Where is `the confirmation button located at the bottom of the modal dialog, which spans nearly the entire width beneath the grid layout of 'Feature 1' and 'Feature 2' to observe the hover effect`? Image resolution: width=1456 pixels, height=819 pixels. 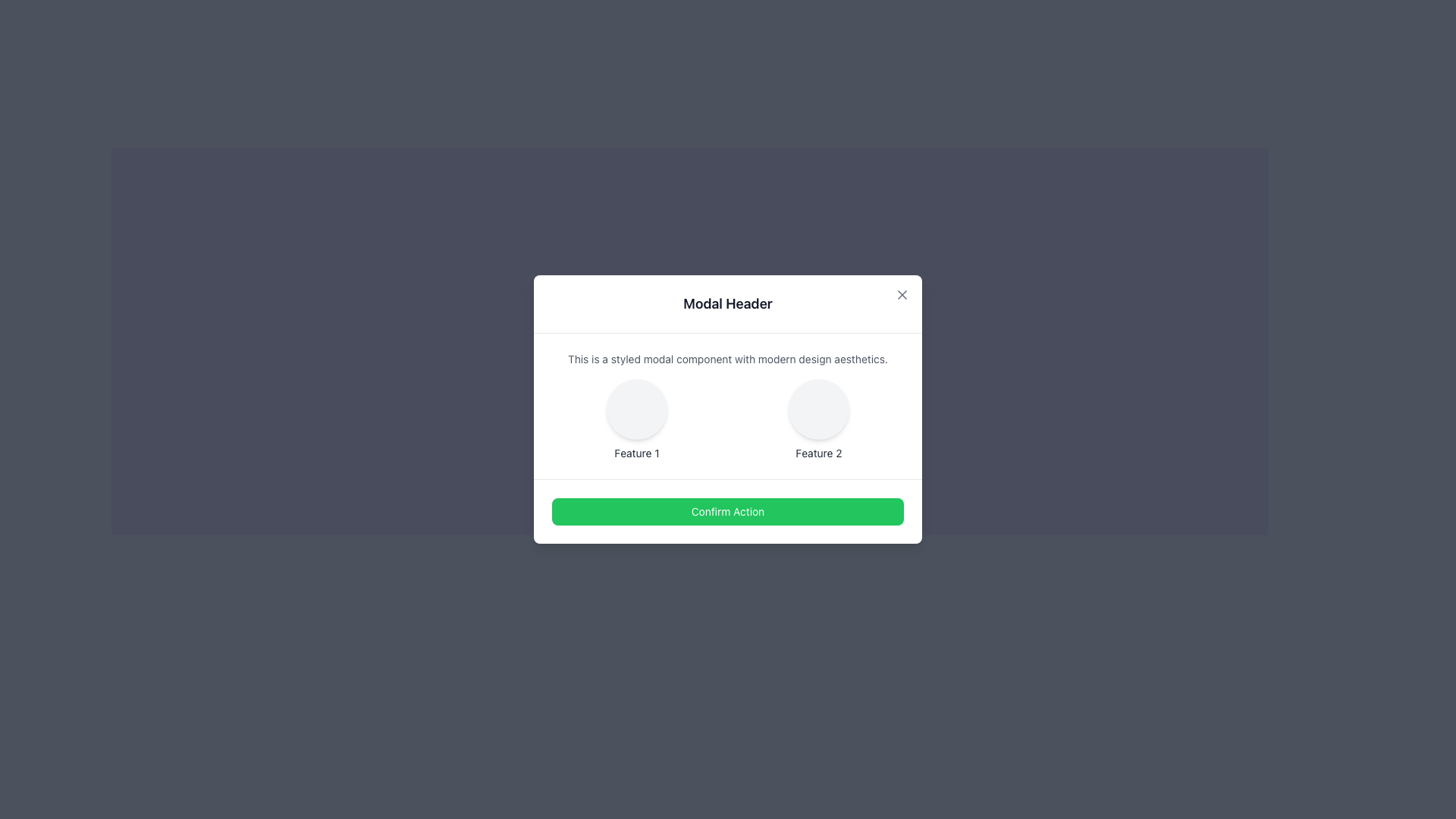
the confirmation button located at the bottom of the modal dialog, which spans nearly the entire width beneath the grid layout of 'Feature 1' and 'Feature 2' to observe the hover effect is located at coordinates (728, 511).